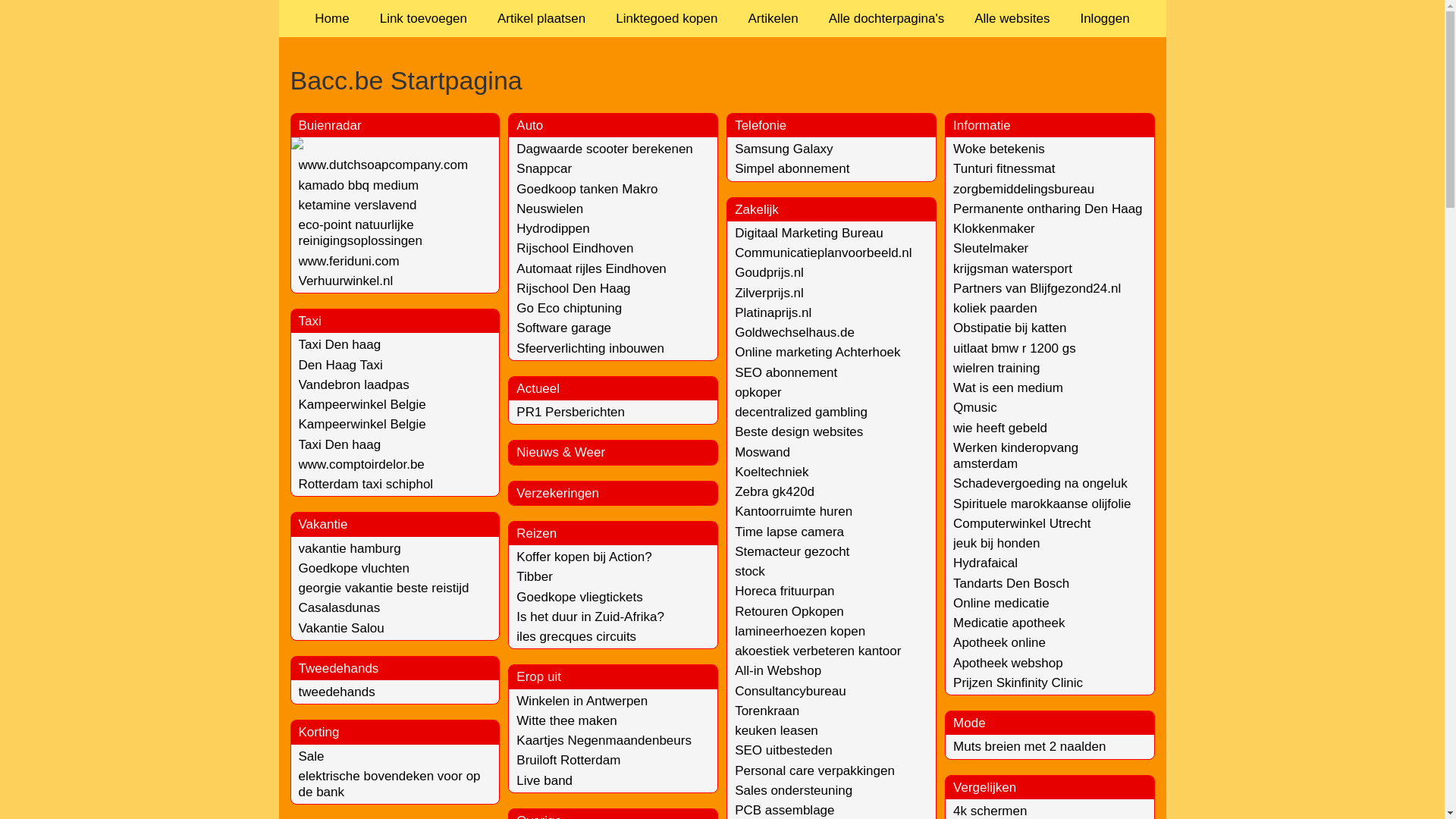 The image size is (1456, 819). Describe the element at coordinates (767, 711) in the screenshot. I see `'Torenkraan'` at that location.